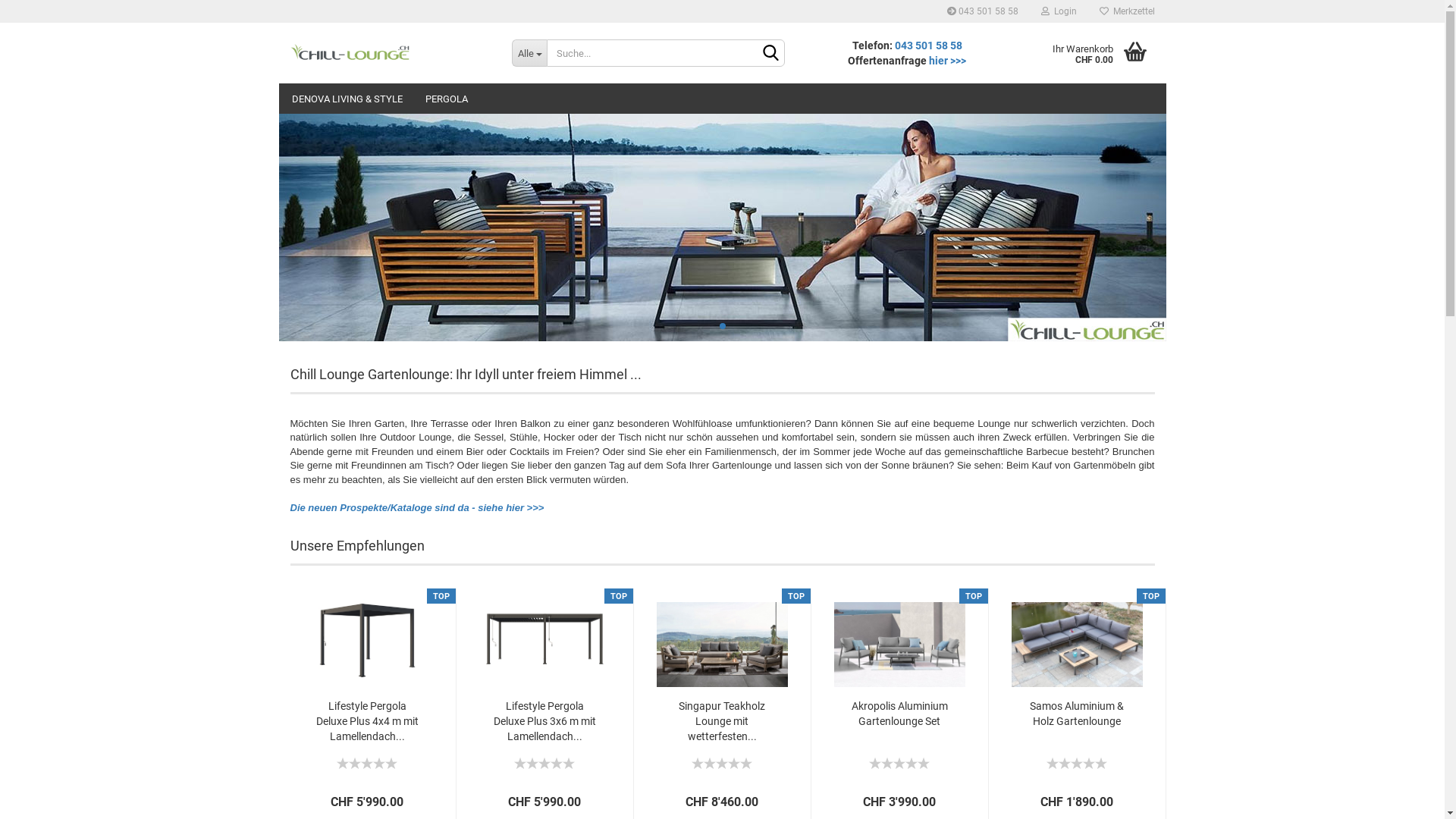  I want to click on 'Die neuen Prospekte/Kataloge sind da - siehe hier >>>', so click(416, 507).